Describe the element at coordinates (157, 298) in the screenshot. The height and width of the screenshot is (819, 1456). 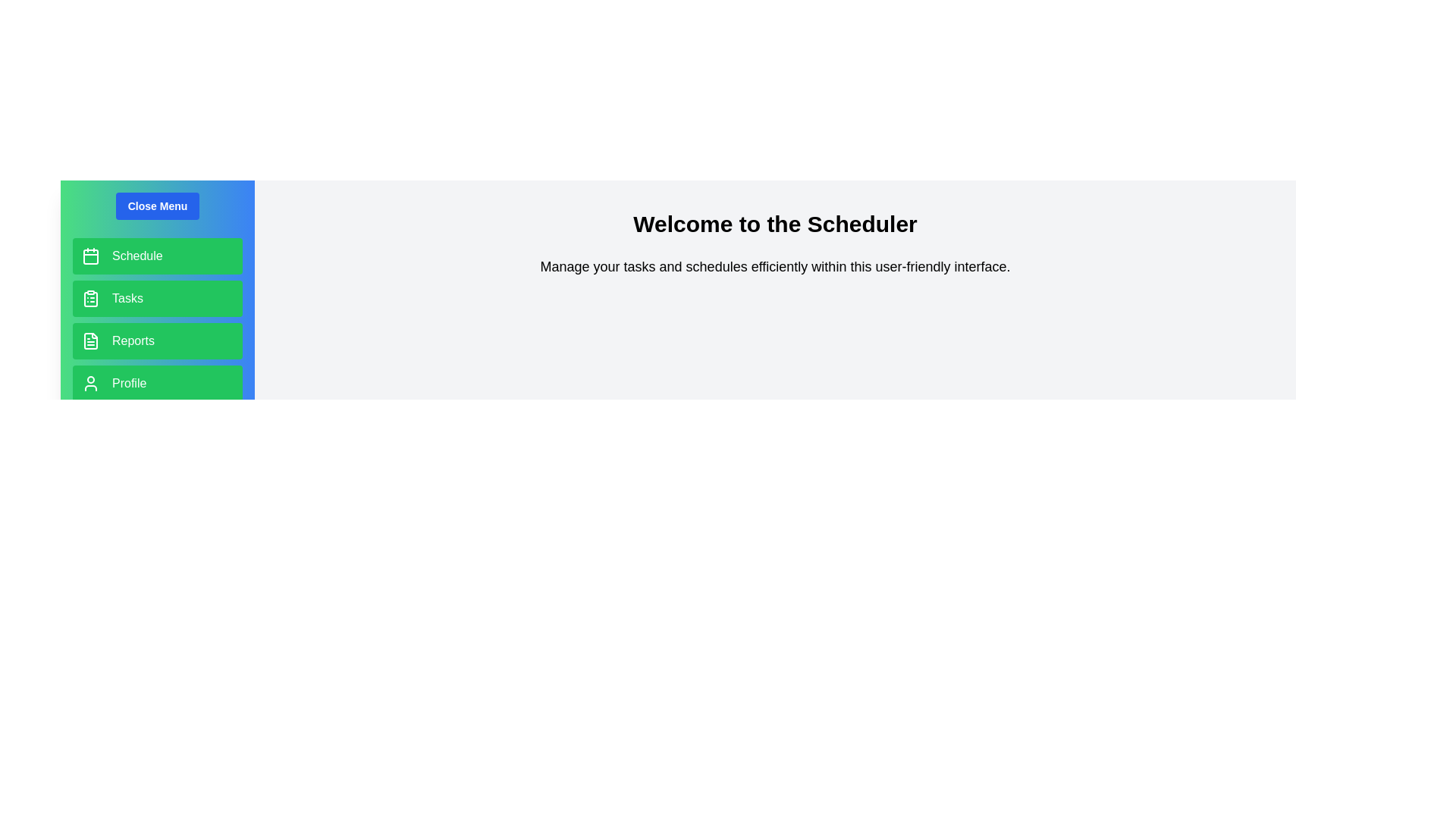
I see `the menu item Tasks to observe its hover effect` at that location.